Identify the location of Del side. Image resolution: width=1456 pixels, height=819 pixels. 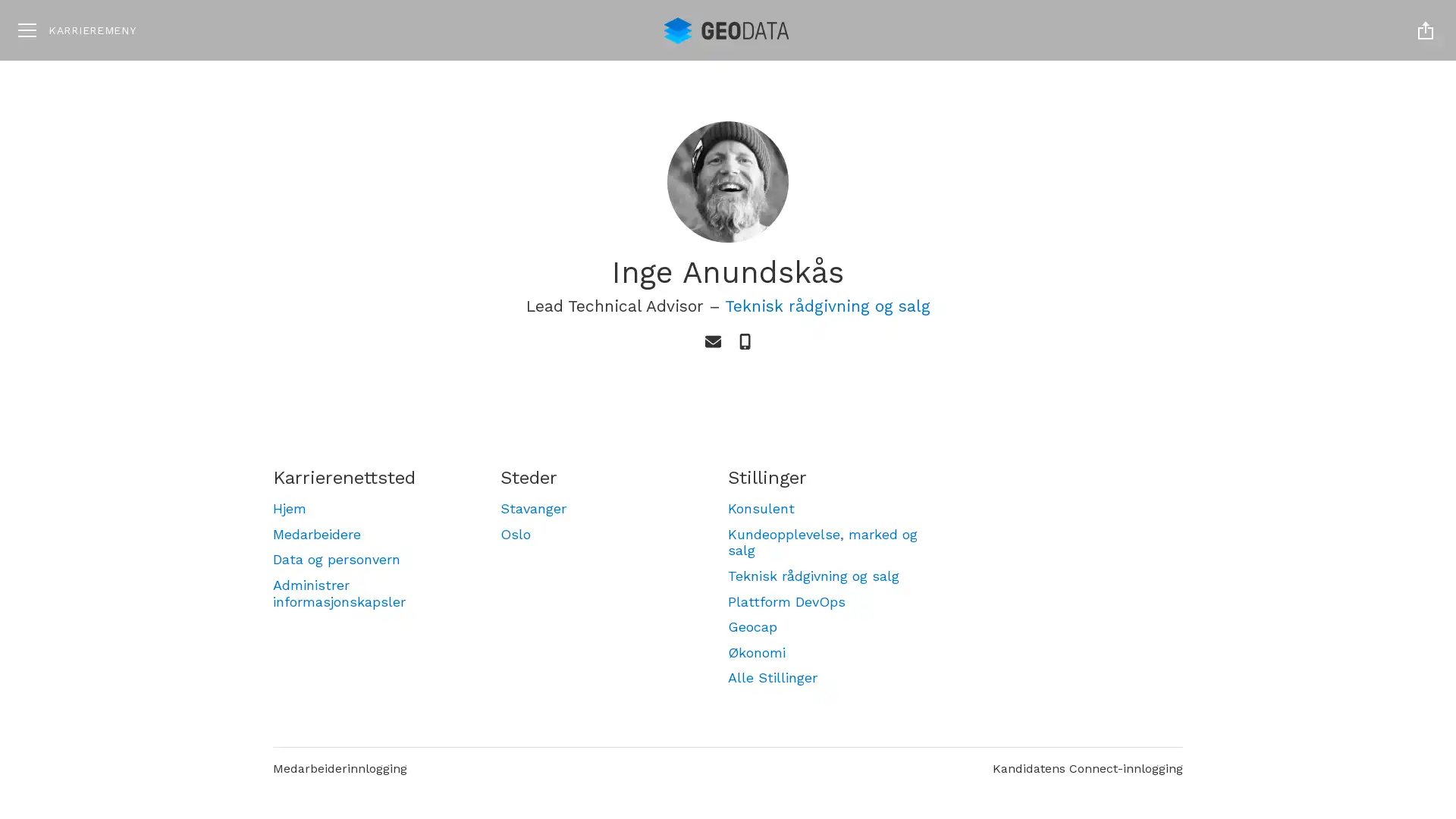
(1425, 30).